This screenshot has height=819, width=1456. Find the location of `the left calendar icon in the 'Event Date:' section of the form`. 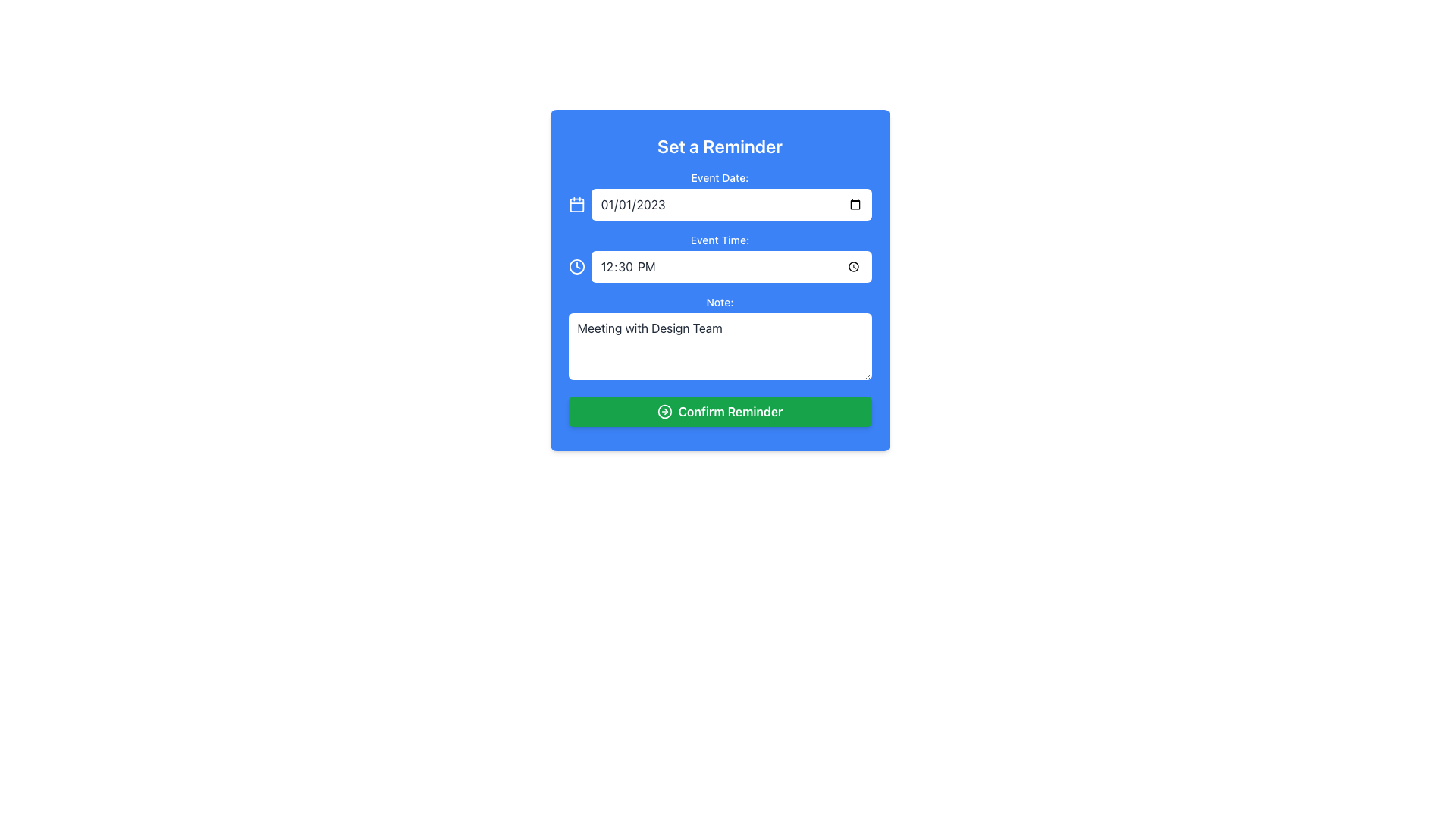

the left calendar icon in the 'Event Date:' section of the form is located at coordinates (719, 195).